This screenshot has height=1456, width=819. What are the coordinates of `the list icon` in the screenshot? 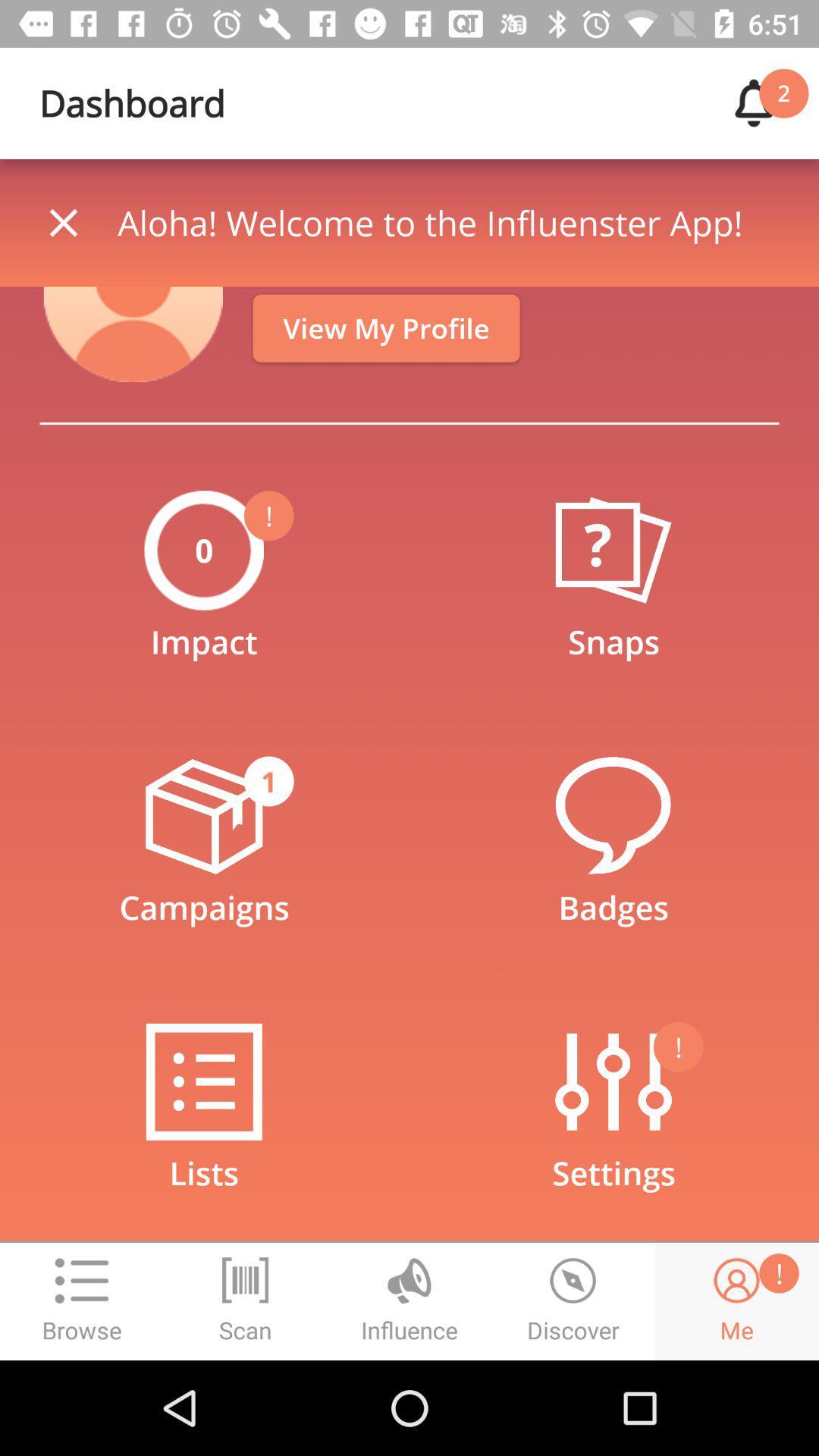 It's located at (203, 1081).